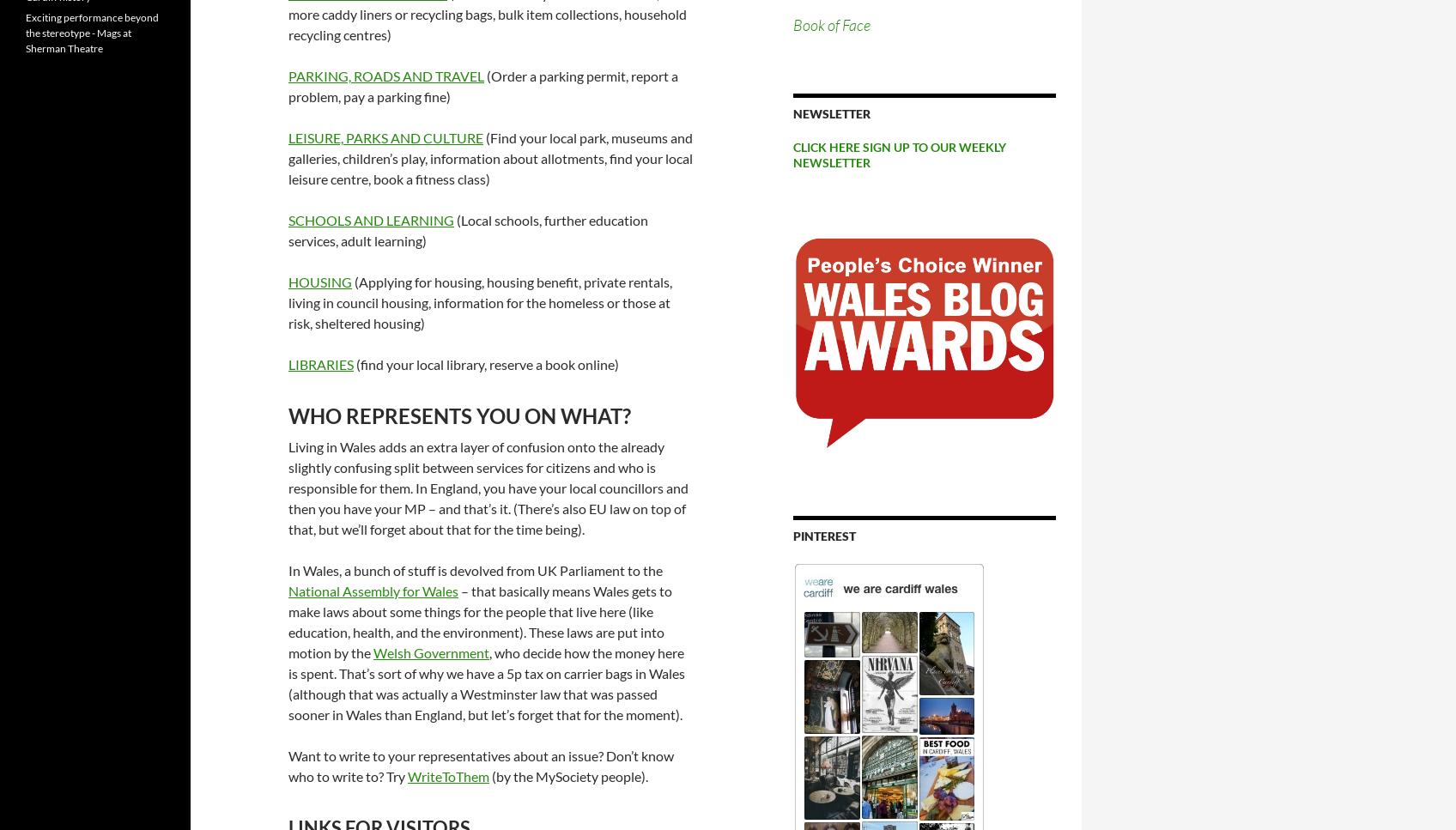  Describe the element at coordinates (479, 300) in the screenshot. I see `'(Applying for housing, housing benefit, private rentals, living in council housing, information for the homeless or those at risk, sheltered housing)'` at that location.